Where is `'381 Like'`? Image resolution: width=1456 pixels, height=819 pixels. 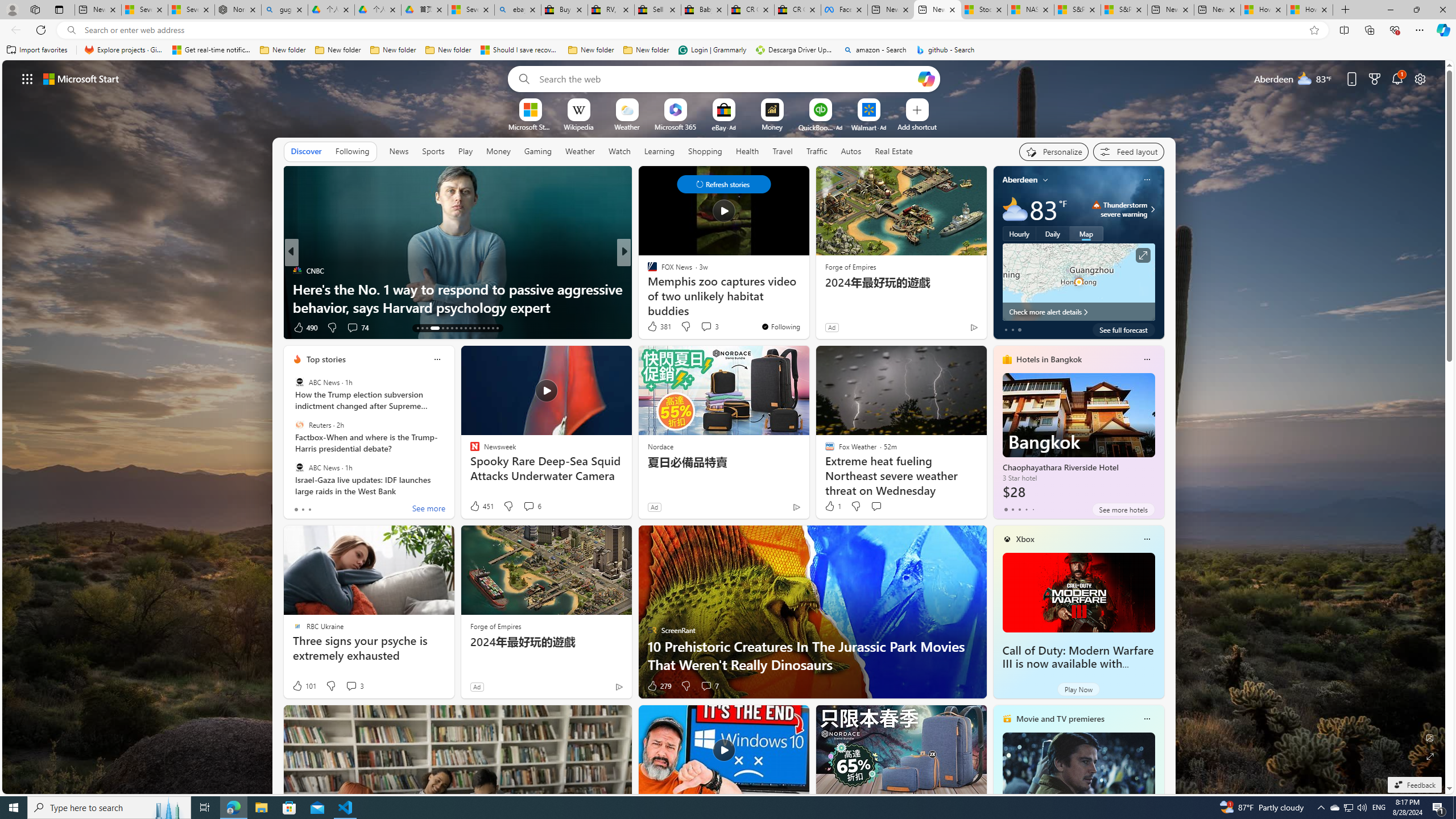
'381 Like' is located at coordinates (658, 325).